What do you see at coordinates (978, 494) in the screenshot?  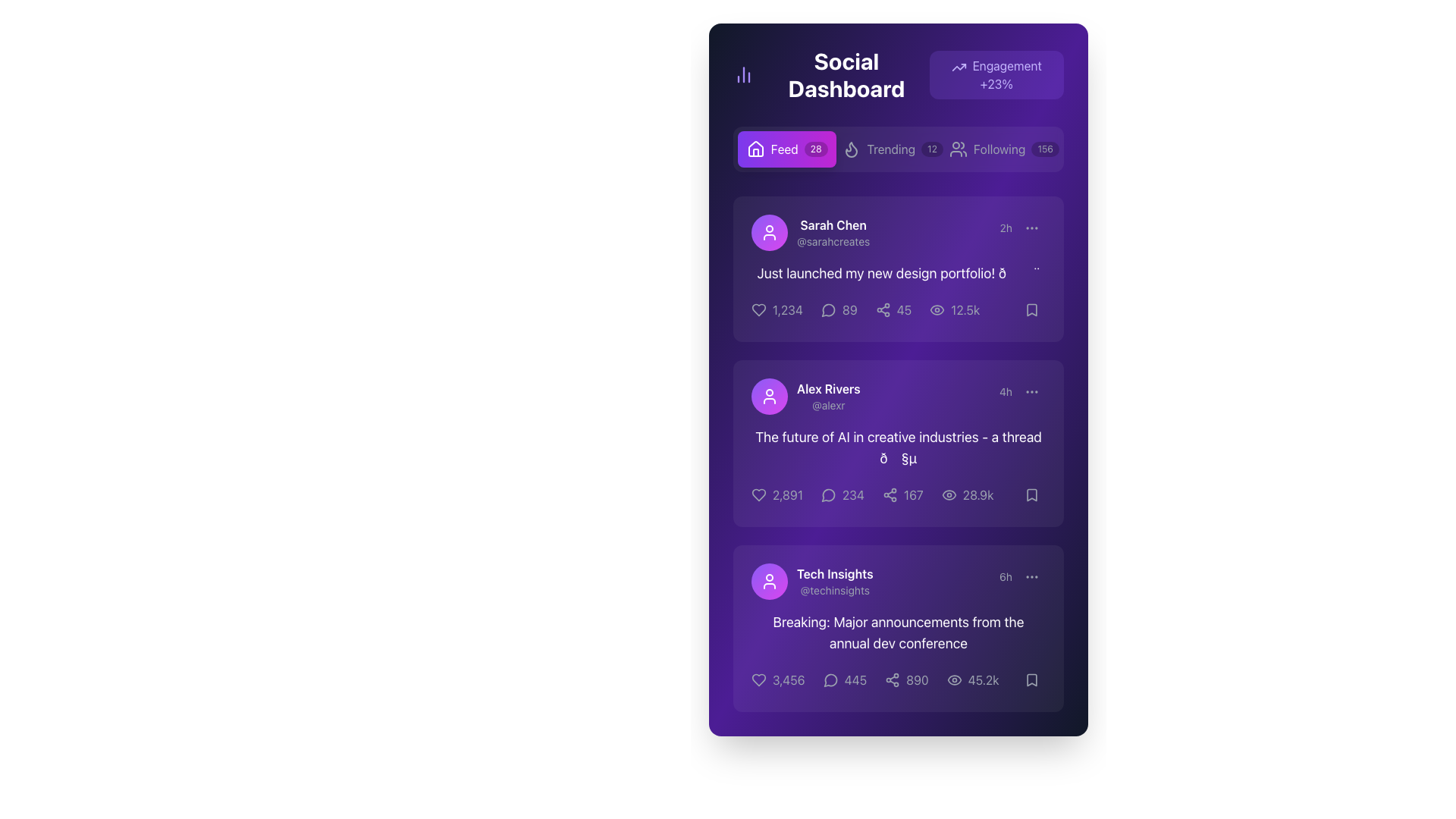 I see `the text label displaying '28.9k' in light grey font against a dark purple background, located in the bottom right corner of the second post's metrics section` at bounding box center [978, 494].